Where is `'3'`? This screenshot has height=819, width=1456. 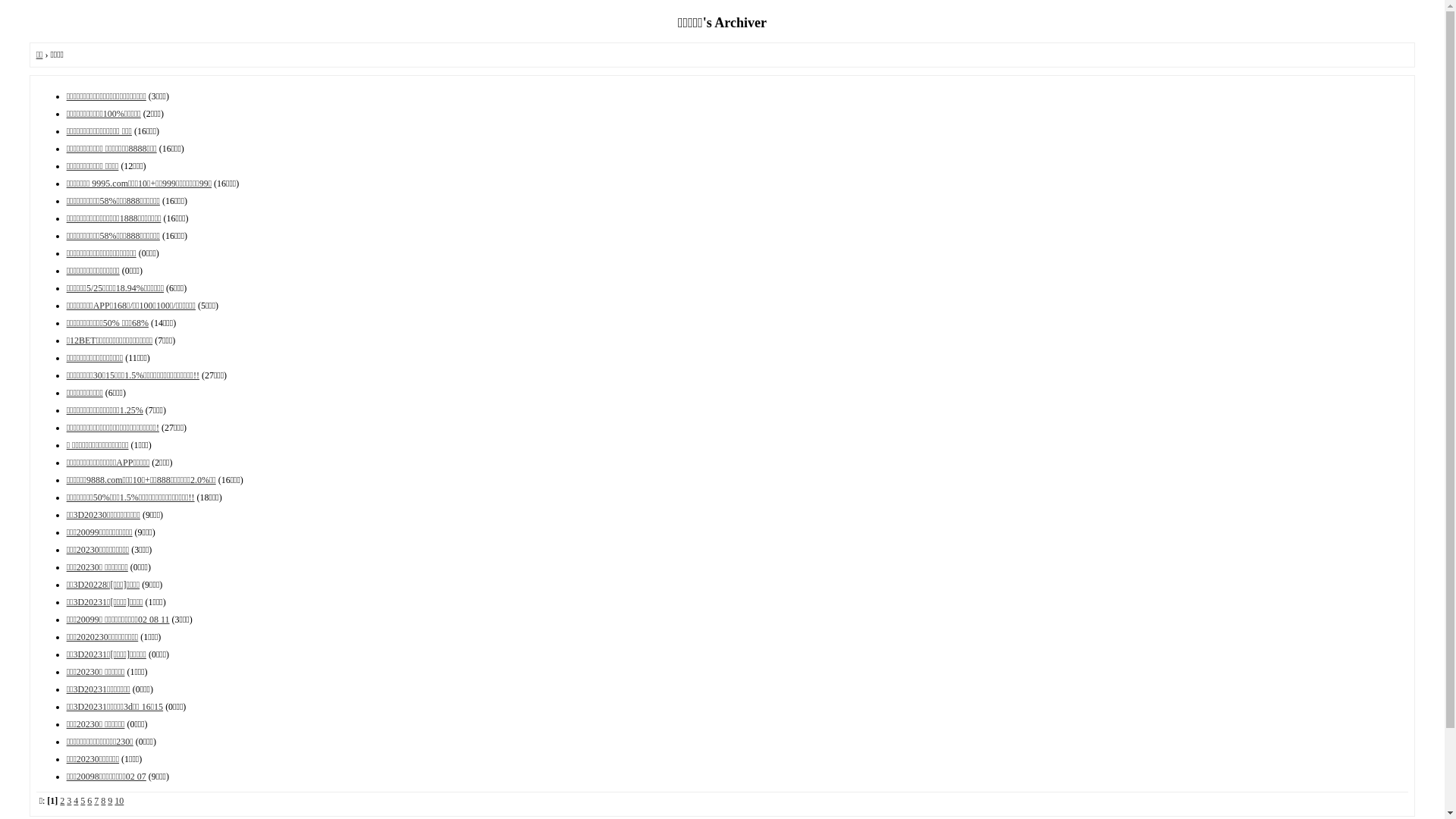
'3' is located at coordinates (68, 800).